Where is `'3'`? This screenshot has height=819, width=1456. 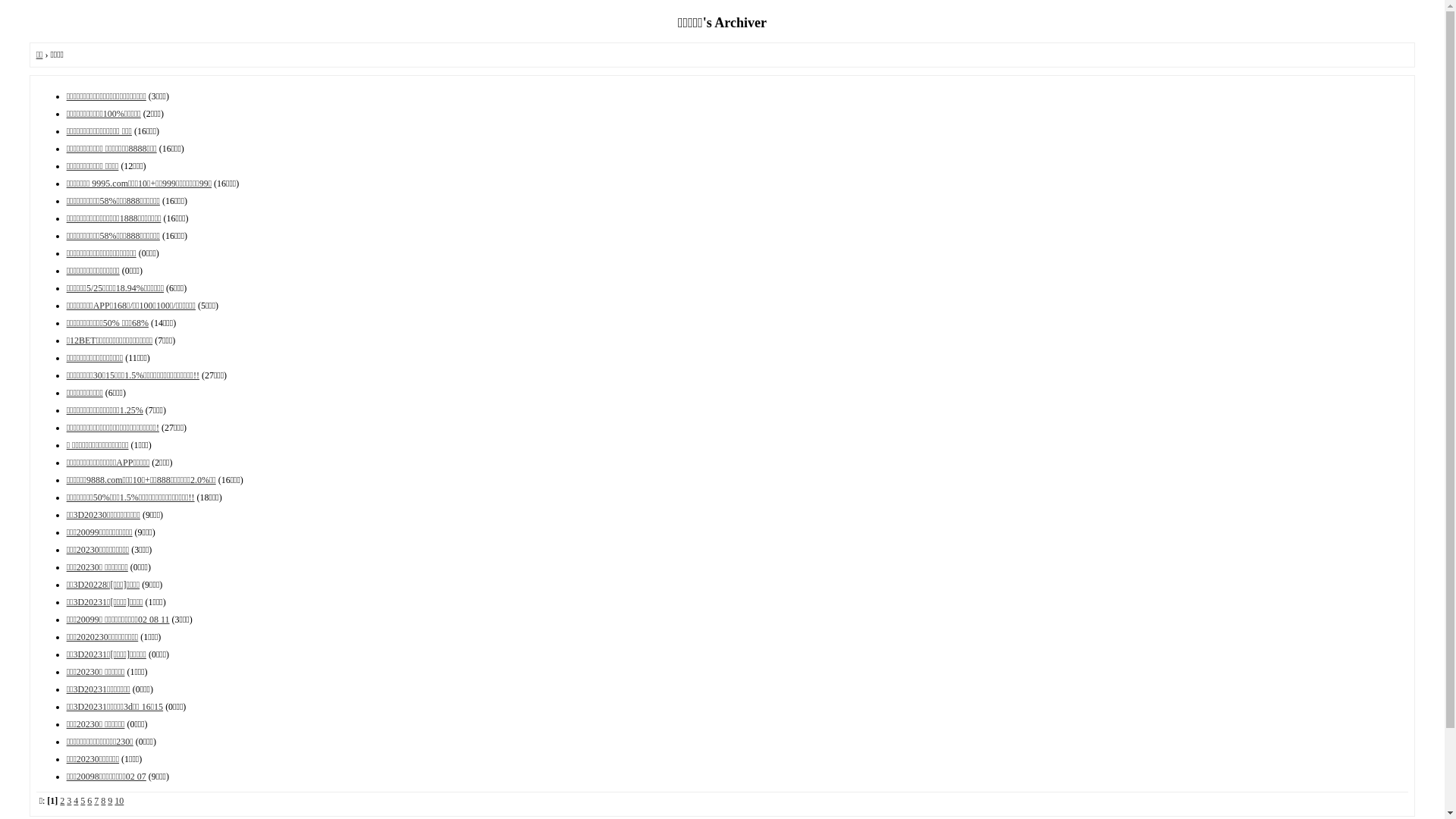
'3' is located at coordinates (68, 800).